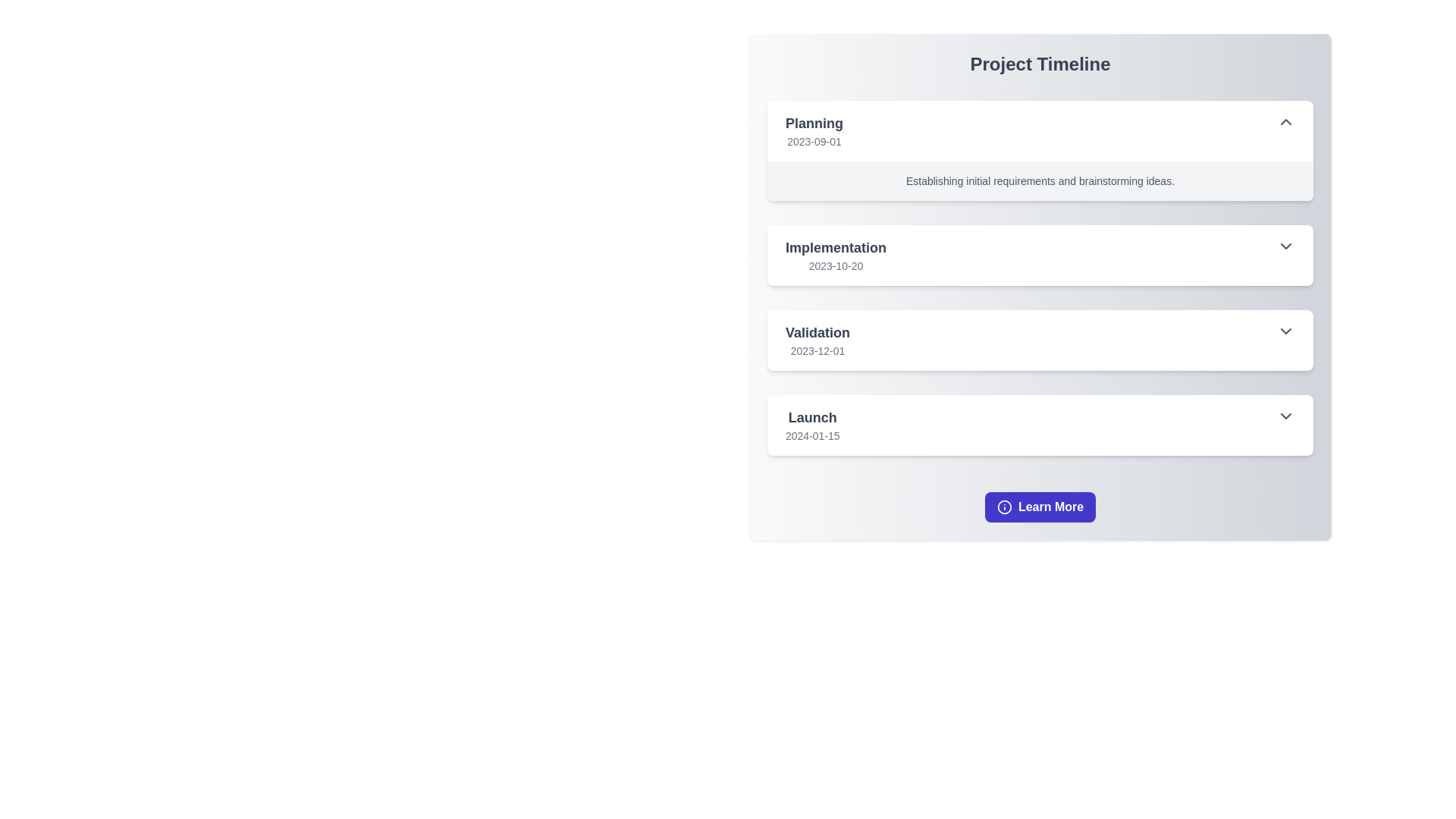 The image size is (1456, 819). What do you see at coordinates (817, 339) in the screenshot?
I see `the static textual display that shows the milestone's title and date '2023-12-01' within the 'Validation' card in the project timeline` at bounding box center [817, 339].